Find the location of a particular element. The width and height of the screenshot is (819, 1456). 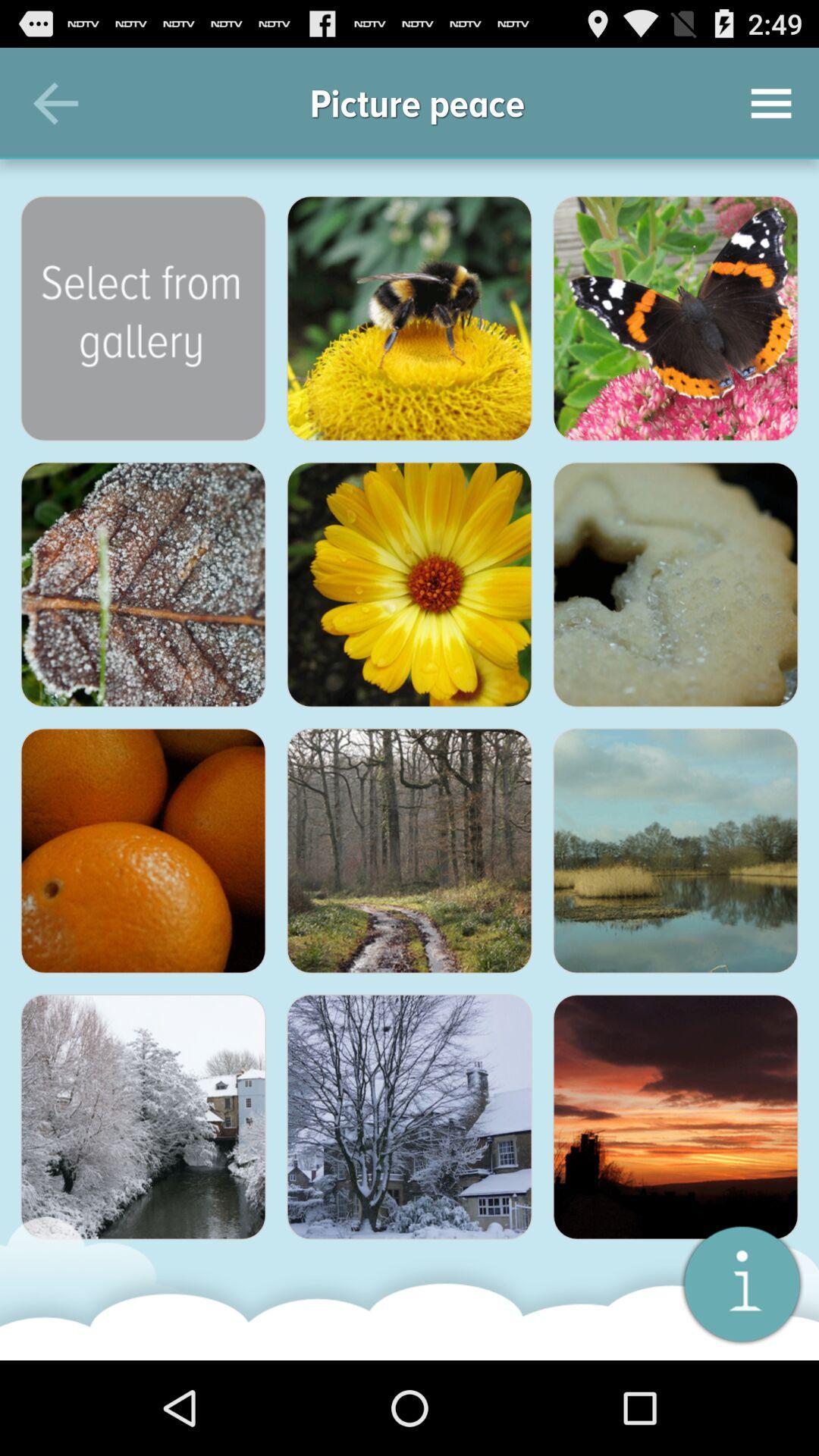

choosing picture is located at coordinates (409, 584).